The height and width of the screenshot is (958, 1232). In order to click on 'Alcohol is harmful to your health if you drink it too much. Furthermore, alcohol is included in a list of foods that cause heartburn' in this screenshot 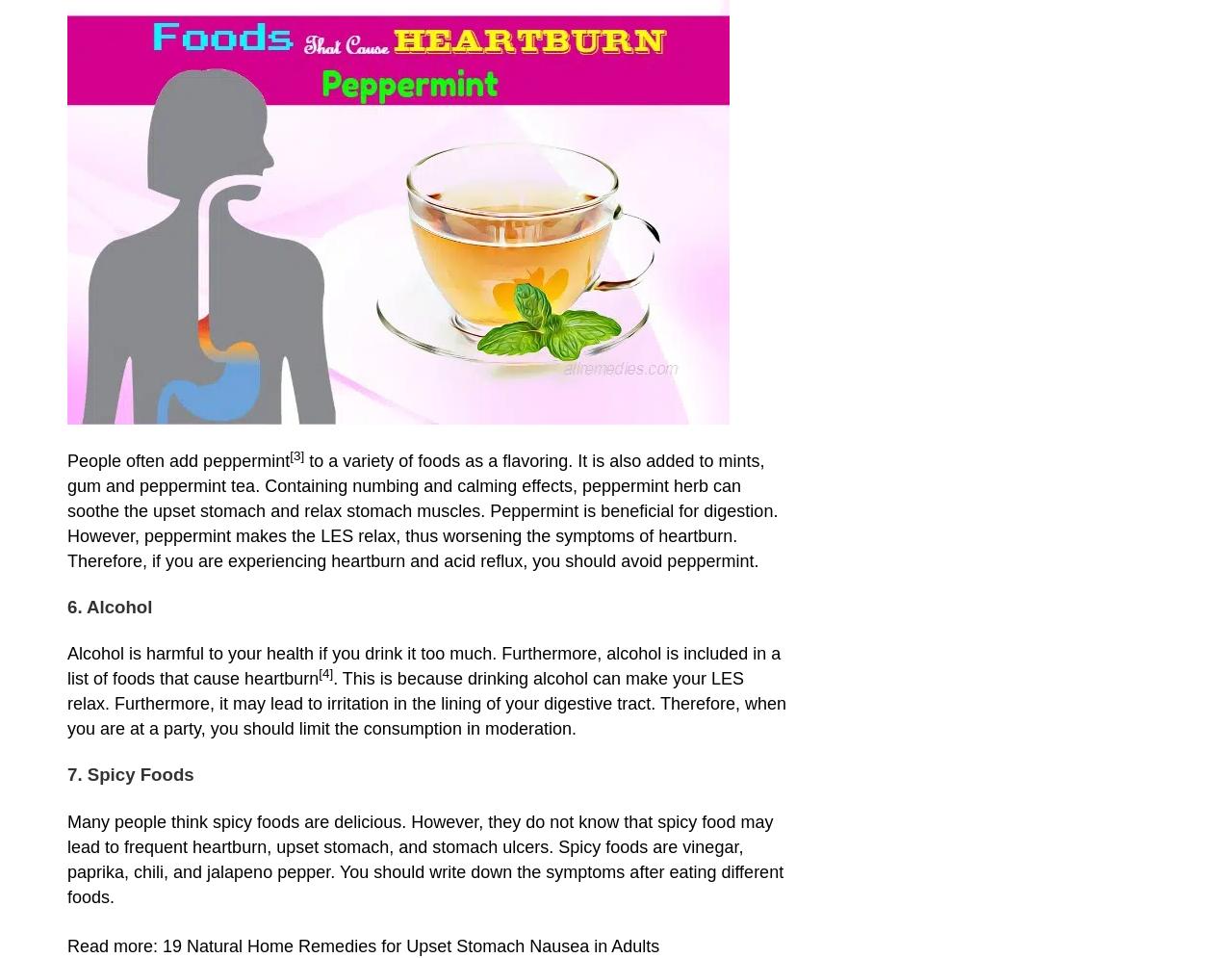, I will do `click(423, 666)`.